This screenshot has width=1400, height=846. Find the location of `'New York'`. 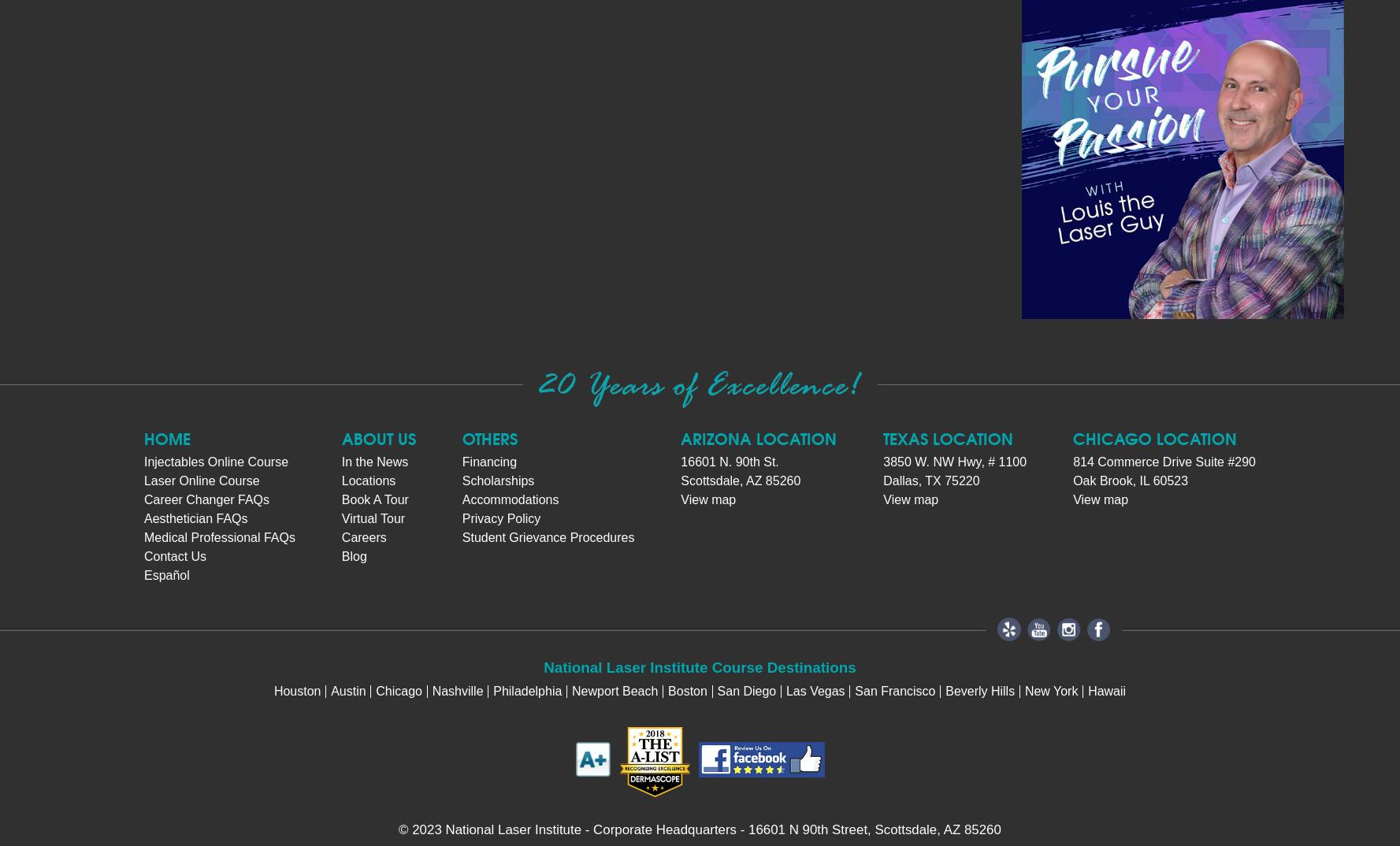

'New York' is located at coordinates (1050, 689).